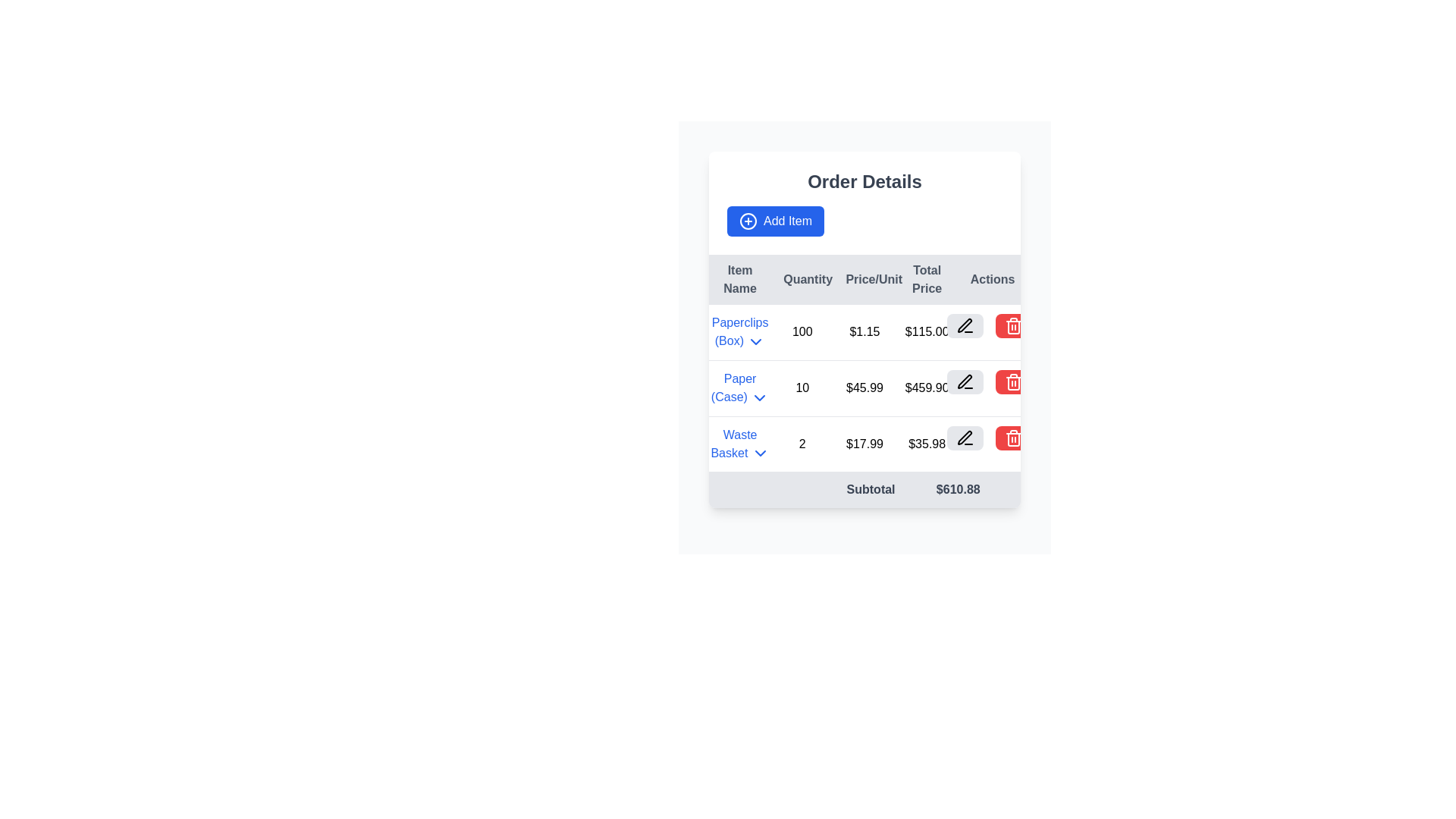  What do you see at coordinates (740, 444) in the screenshot?
I see `the 'Waste Basket' dropdown label text with an icon in the 'Item Name' column of the third row in the 'Order Details' table` at bounding box center [740, 444].